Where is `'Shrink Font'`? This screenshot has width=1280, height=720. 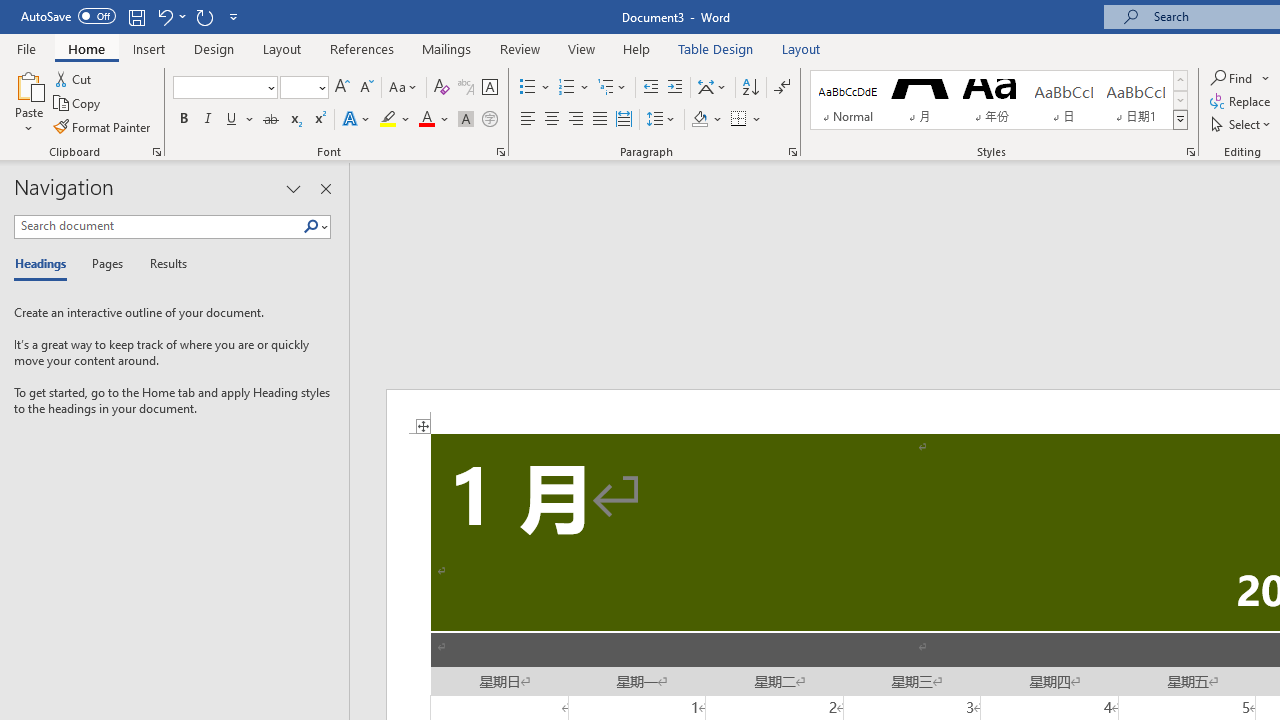
'Shrink Font' is located at coordinates (366, 86).